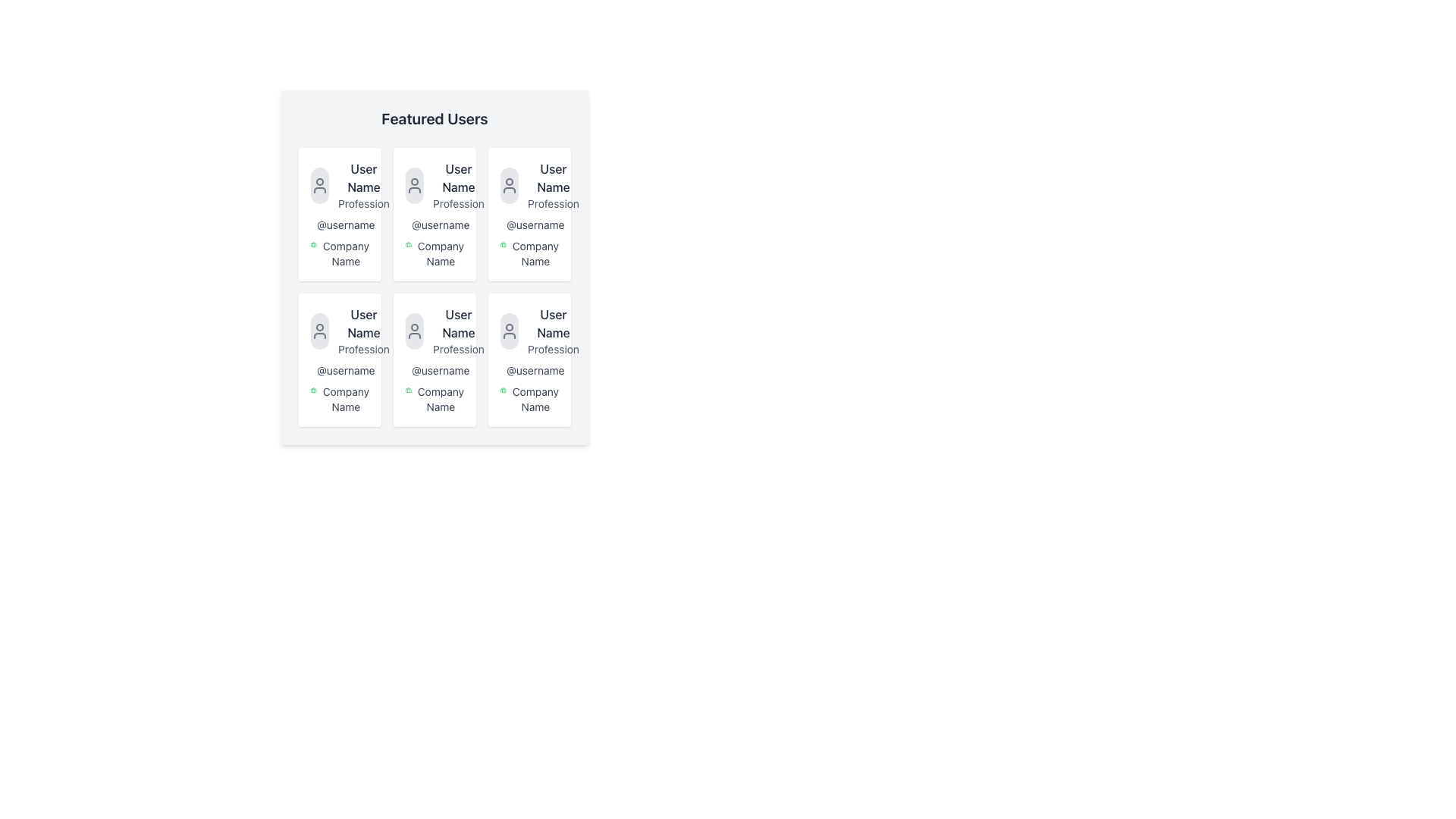 The height and width of the screenshot is (819, 1456). What do you see at coordinates (345, 253) in the screenshot?
I see `text label indicating the associated user's company name located in the first user card of the 'Featured Users' grid, positioned below the '@username' text and above the green dot icon` at bounding box center [345, 253].